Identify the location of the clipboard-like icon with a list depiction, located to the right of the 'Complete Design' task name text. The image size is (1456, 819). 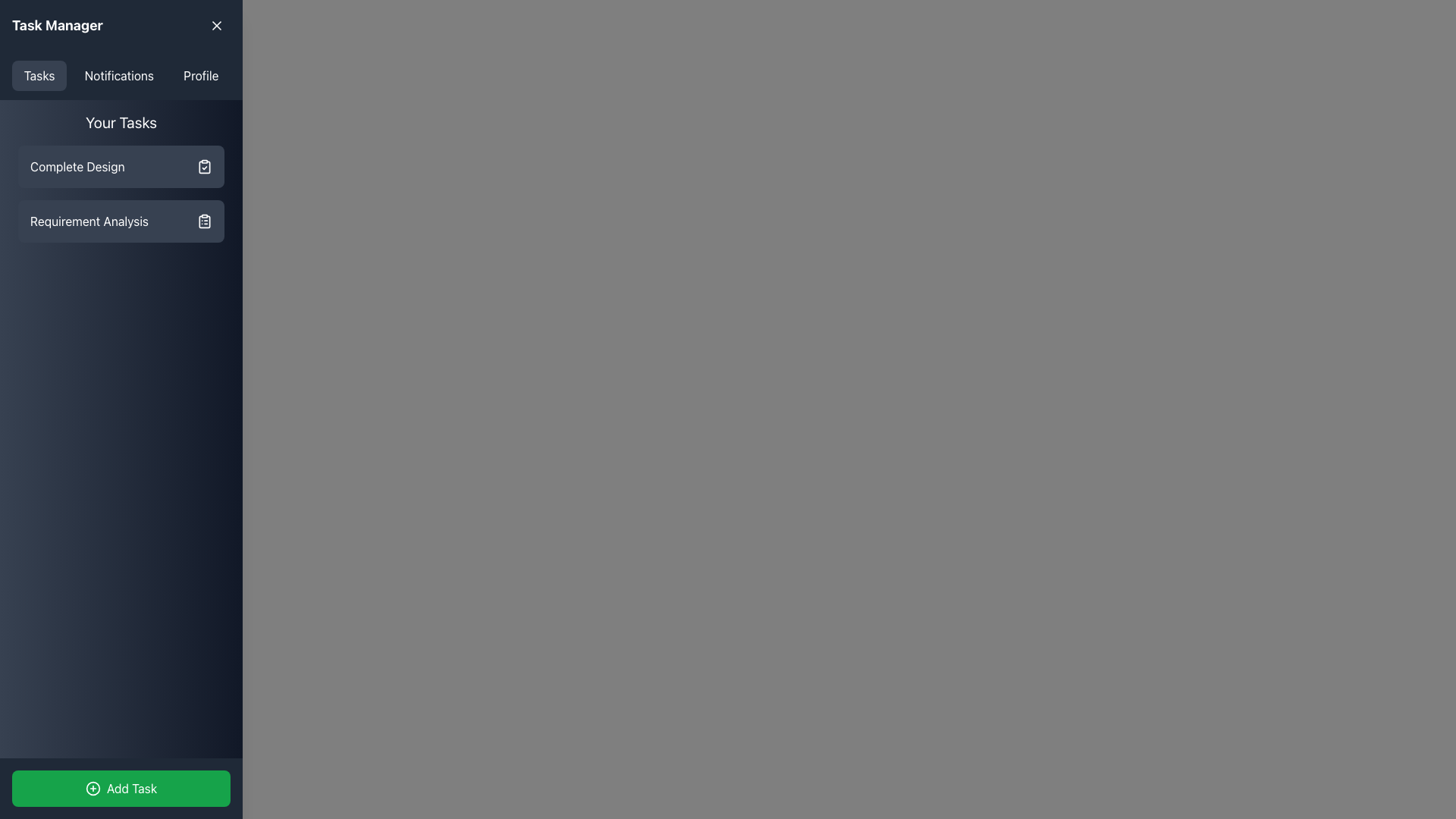
(203, 221).